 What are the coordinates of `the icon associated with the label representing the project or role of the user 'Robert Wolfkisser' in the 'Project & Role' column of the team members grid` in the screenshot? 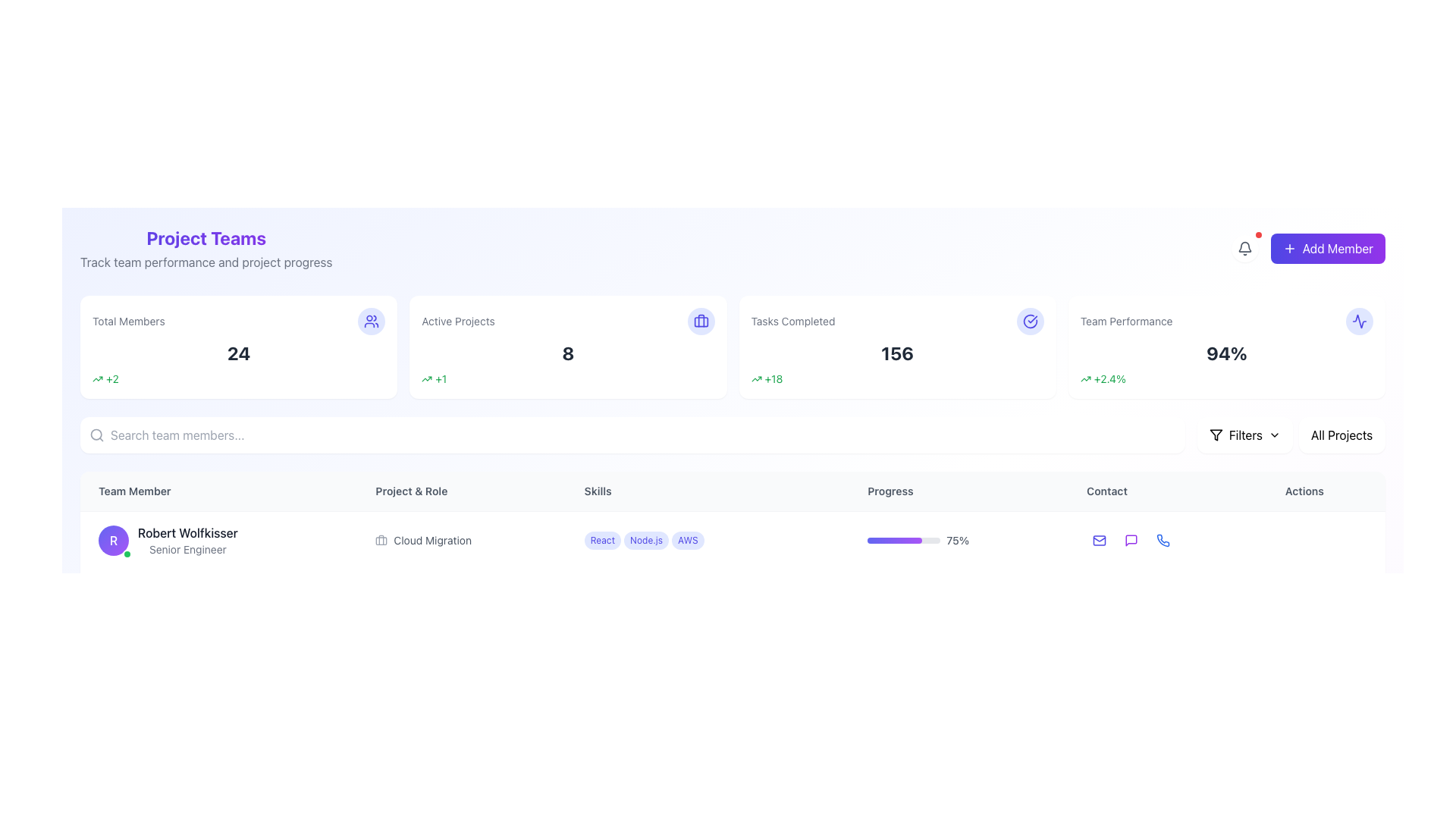 It's located at (461, 539).